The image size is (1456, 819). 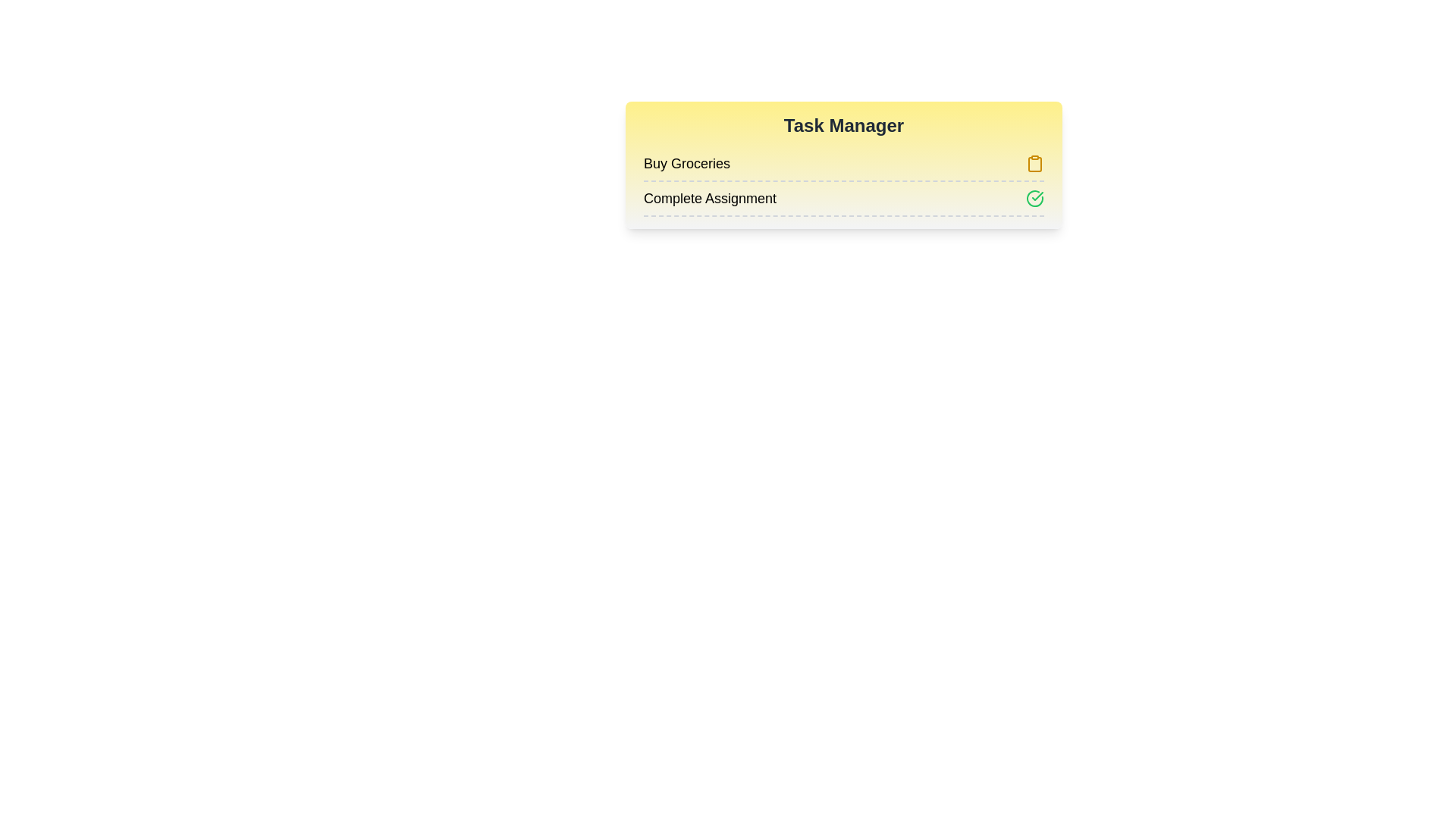 What do you see at coordinates (1034, 164) in the screenshot?
I see `the decorative clipboard icon component in the task manager interface, located to the right of the 'Task Manager' heading` at bounding box center [1034, 164].